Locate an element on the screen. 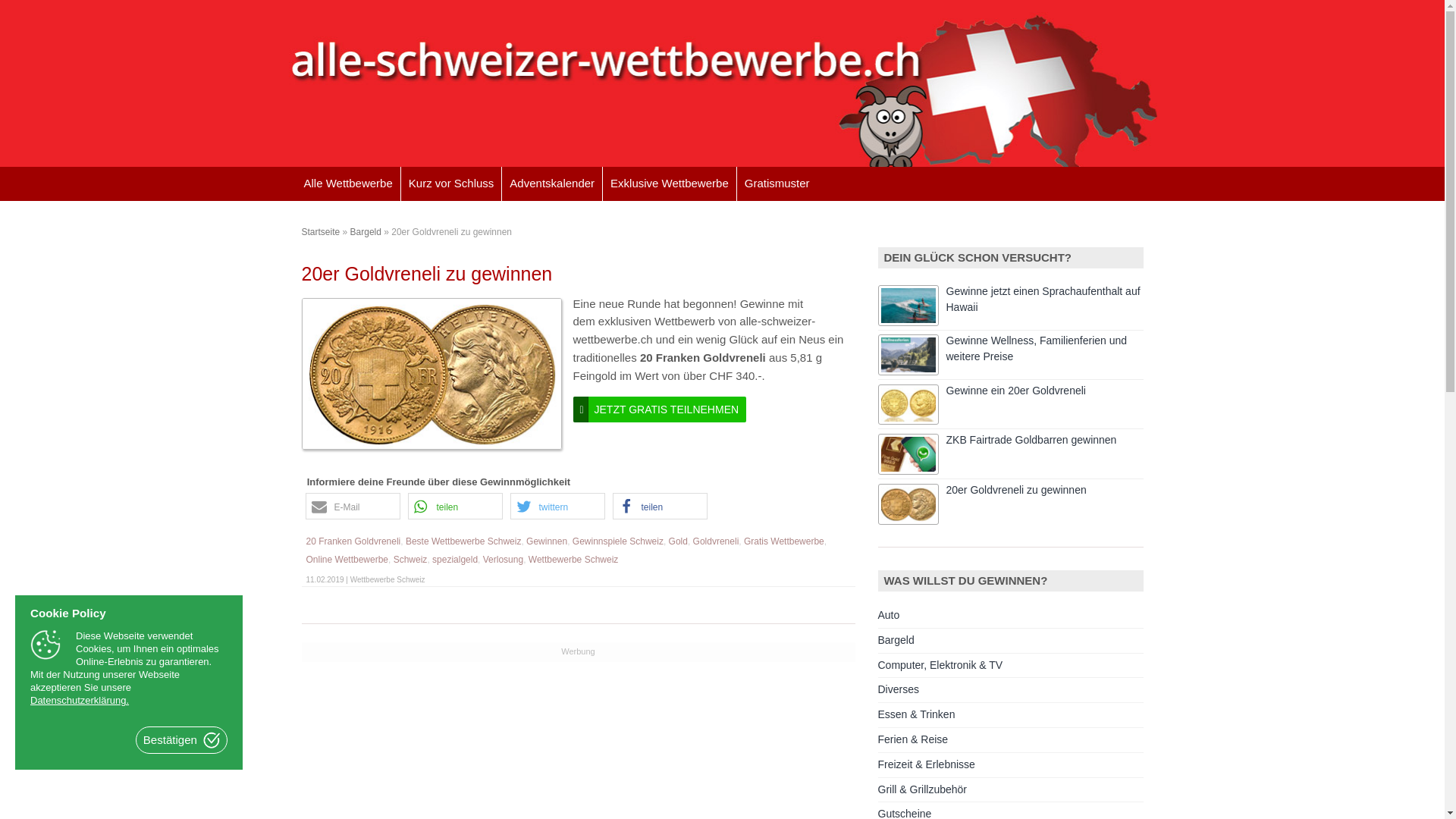 The height and width of the screenshot is (819, 1456). 'Computer, Elektronik & TV' is located at coordinates (940, 664).